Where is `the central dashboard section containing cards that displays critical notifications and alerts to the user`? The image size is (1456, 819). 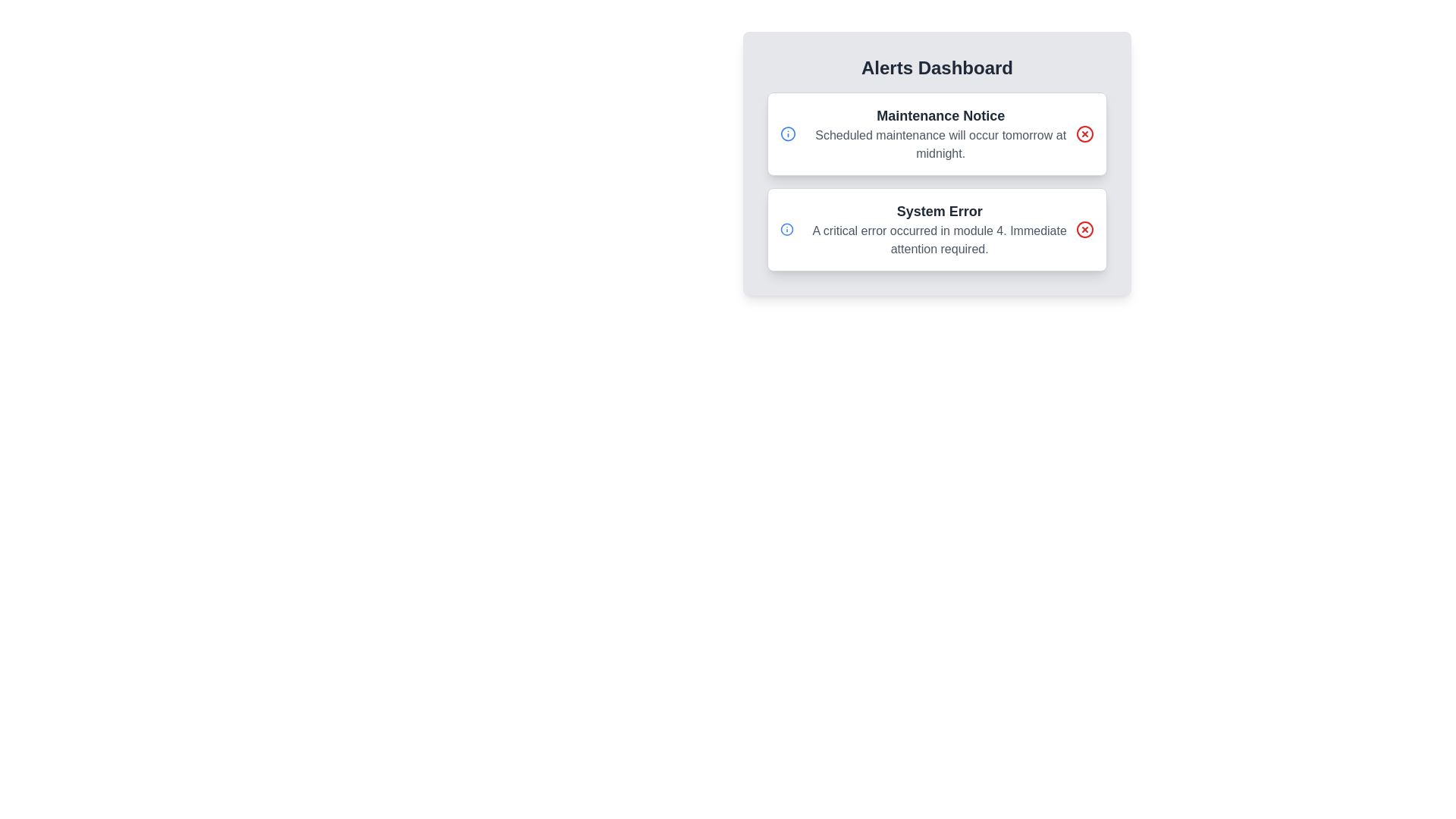 the central dashboard section containing cards that displays critical notifications and alerts to the user is located at coordinates (937, 190).